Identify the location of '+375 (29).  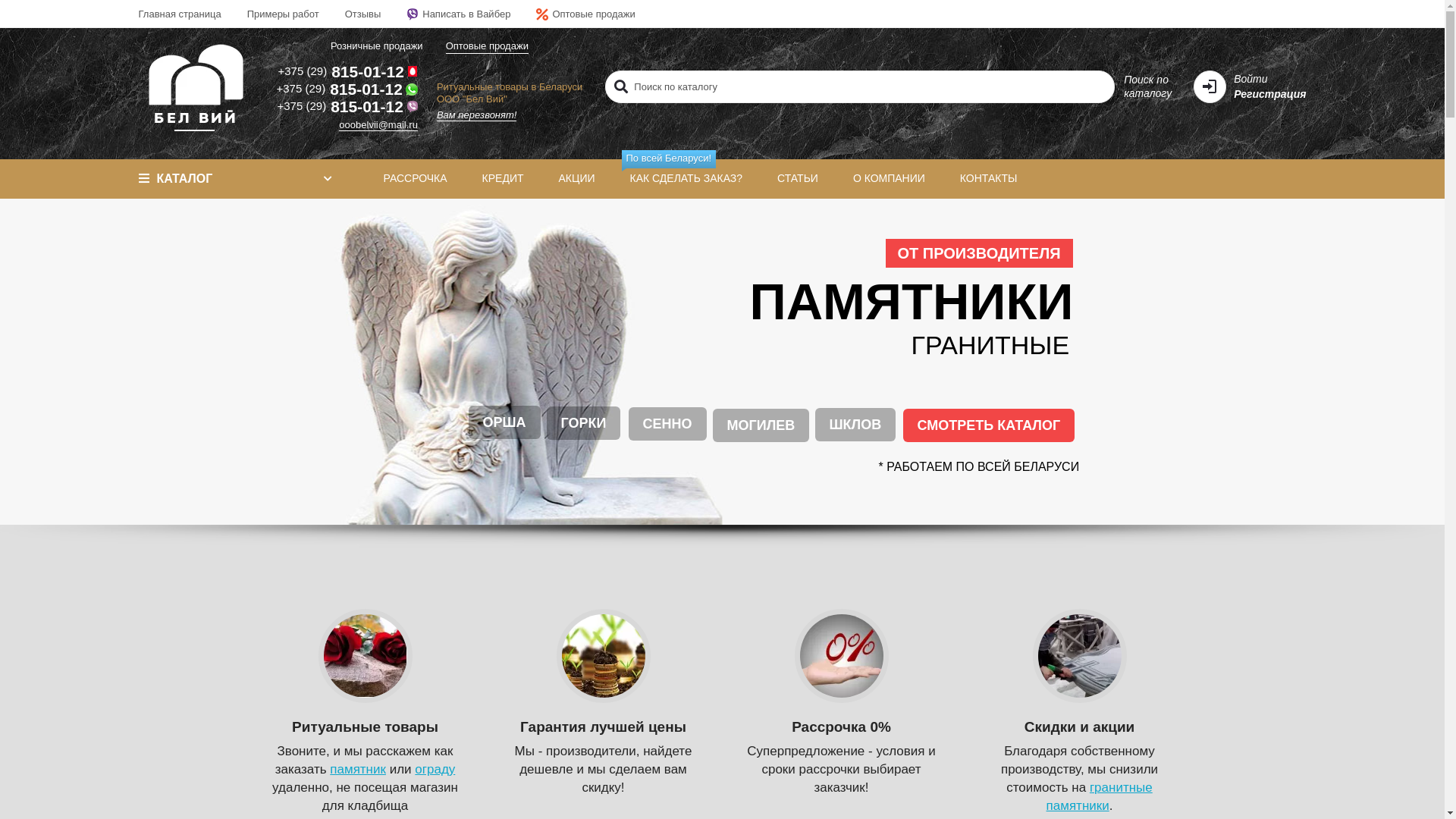
(345, 71).